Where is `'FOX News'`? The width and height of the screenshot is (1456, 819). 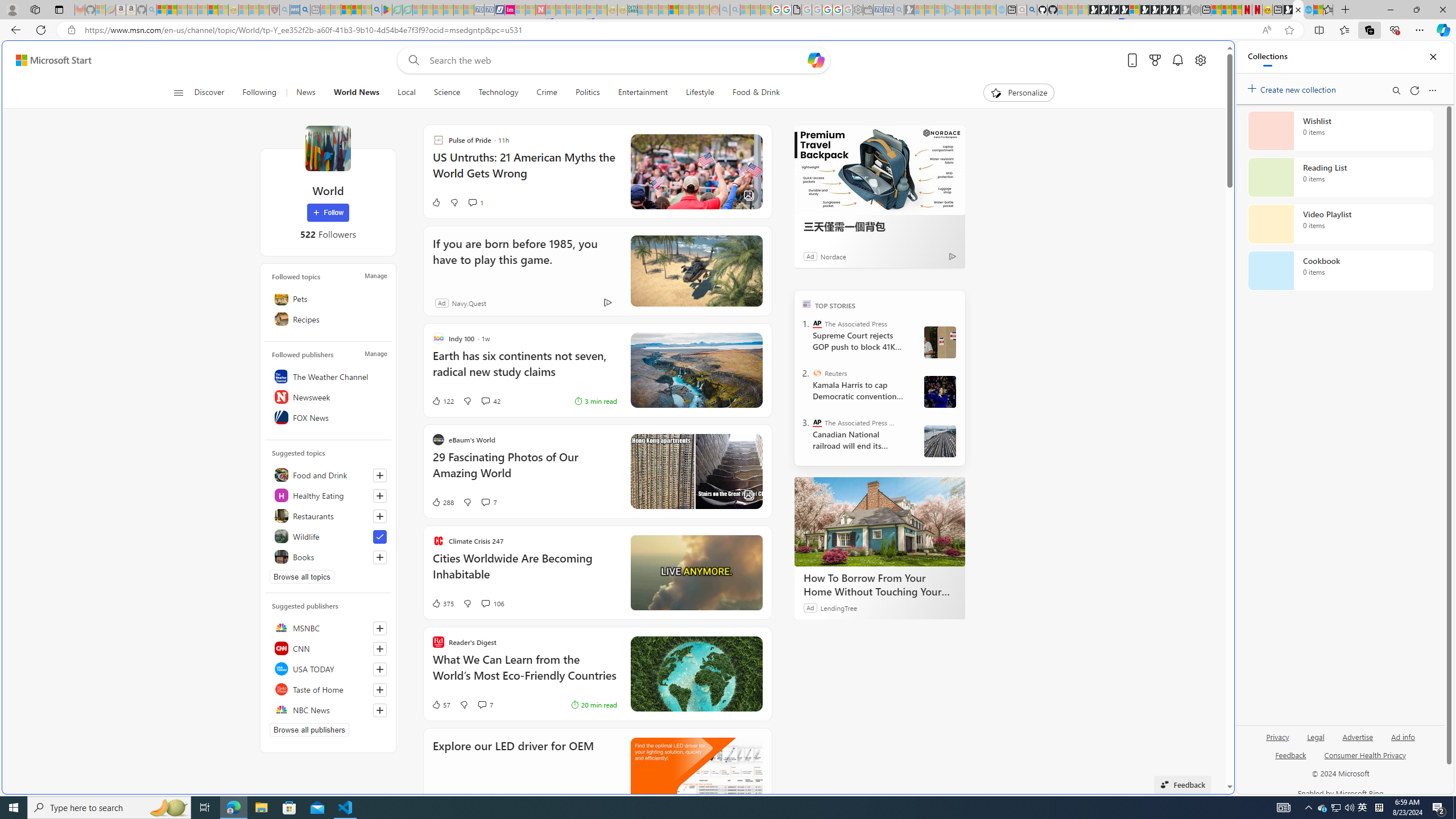 'FOX News' is located at coordinates (327, 417).